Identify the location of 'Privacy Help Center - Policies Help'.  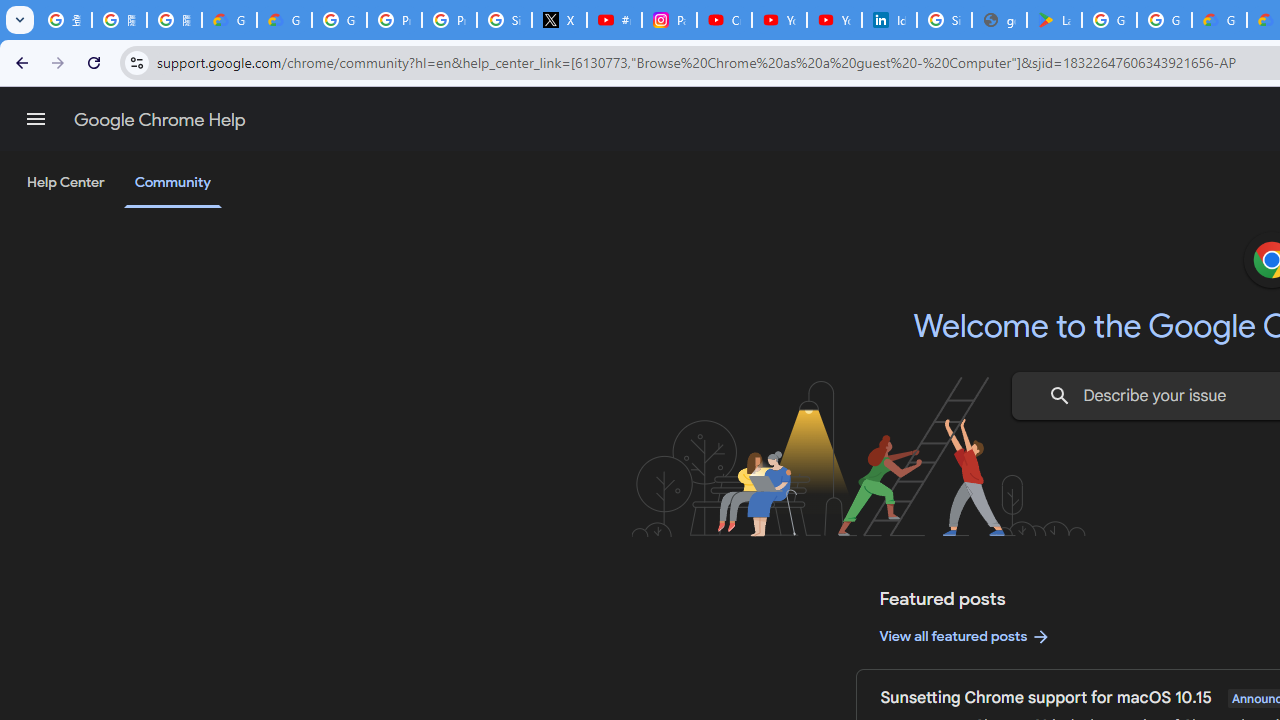
(448, 20).